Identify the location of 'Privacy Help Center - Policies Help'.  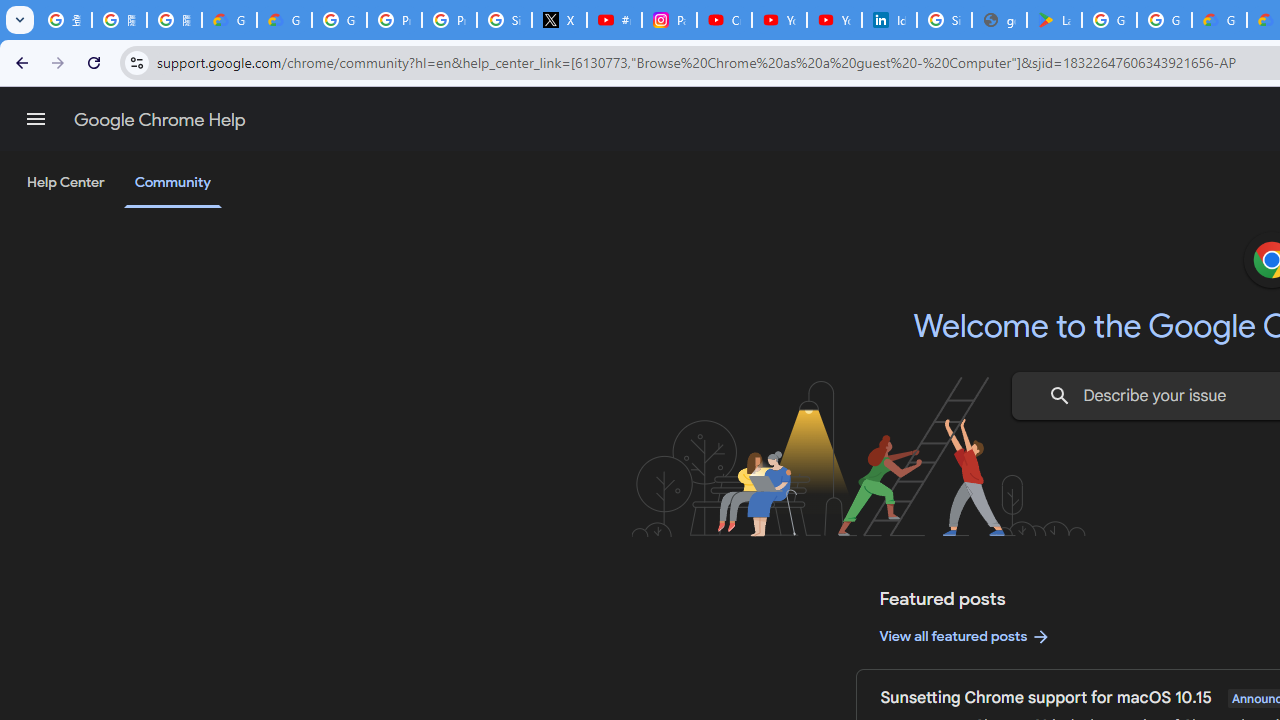
(448, 20).